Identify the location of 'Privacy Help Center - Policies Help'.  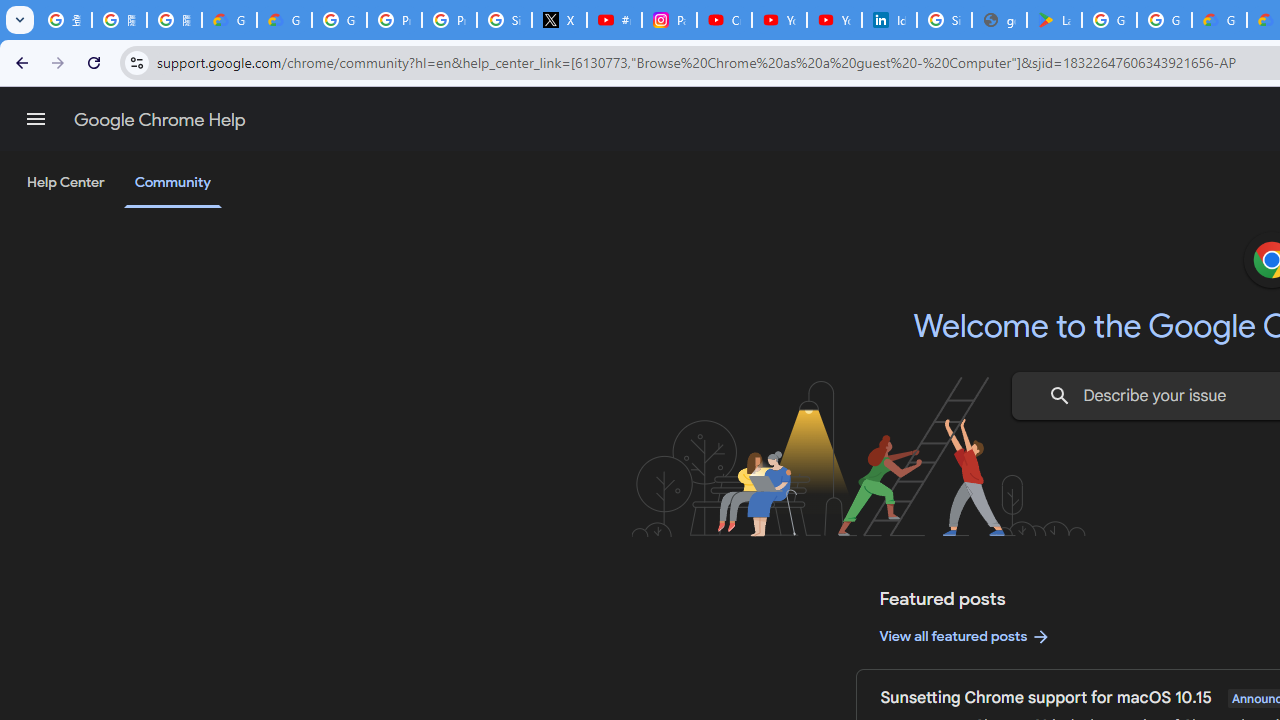
(448, 20).